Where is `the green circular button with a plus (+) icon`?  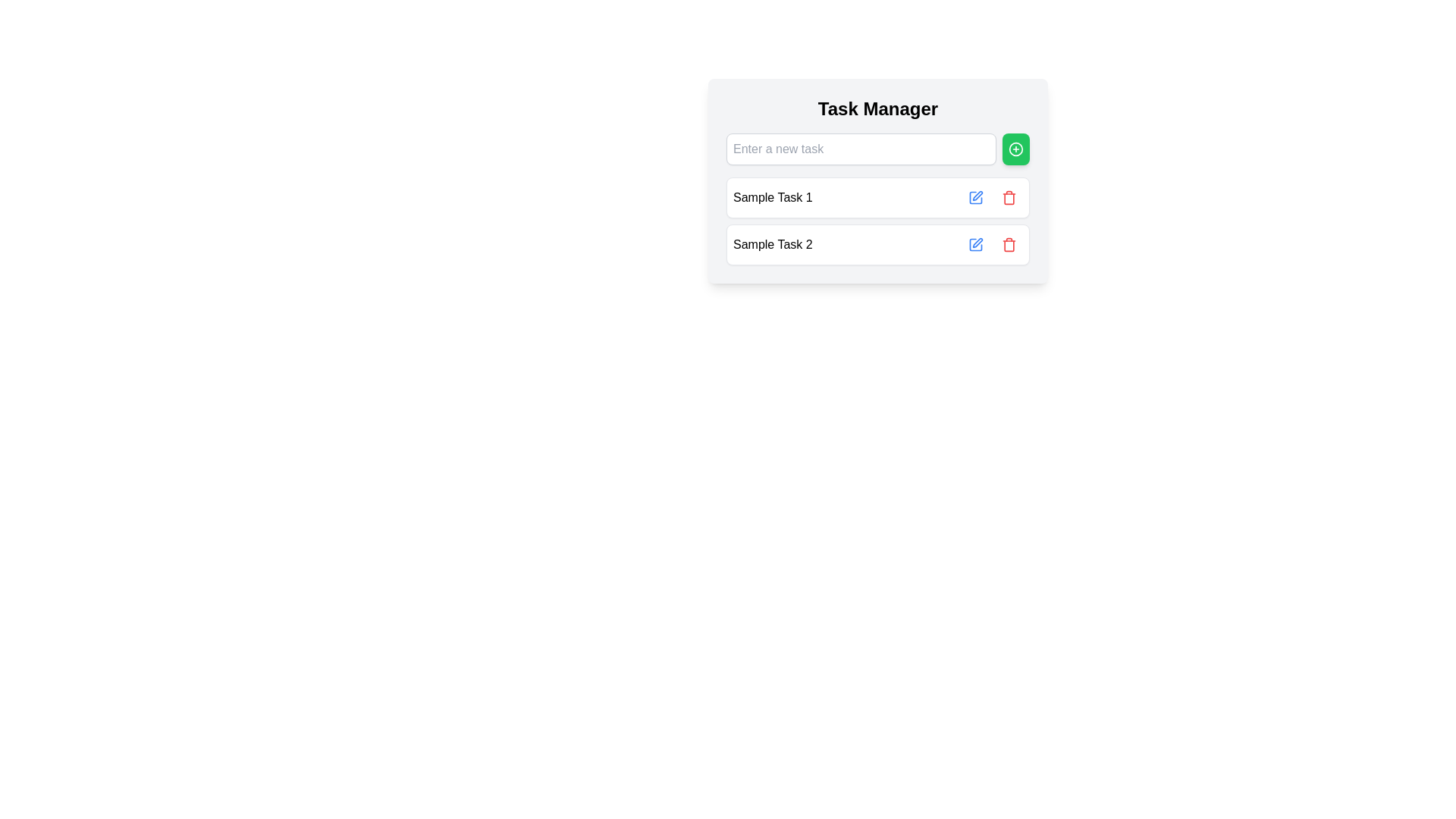
the green circular button with a plus (+) icon is located at coordinates (1015, 149).